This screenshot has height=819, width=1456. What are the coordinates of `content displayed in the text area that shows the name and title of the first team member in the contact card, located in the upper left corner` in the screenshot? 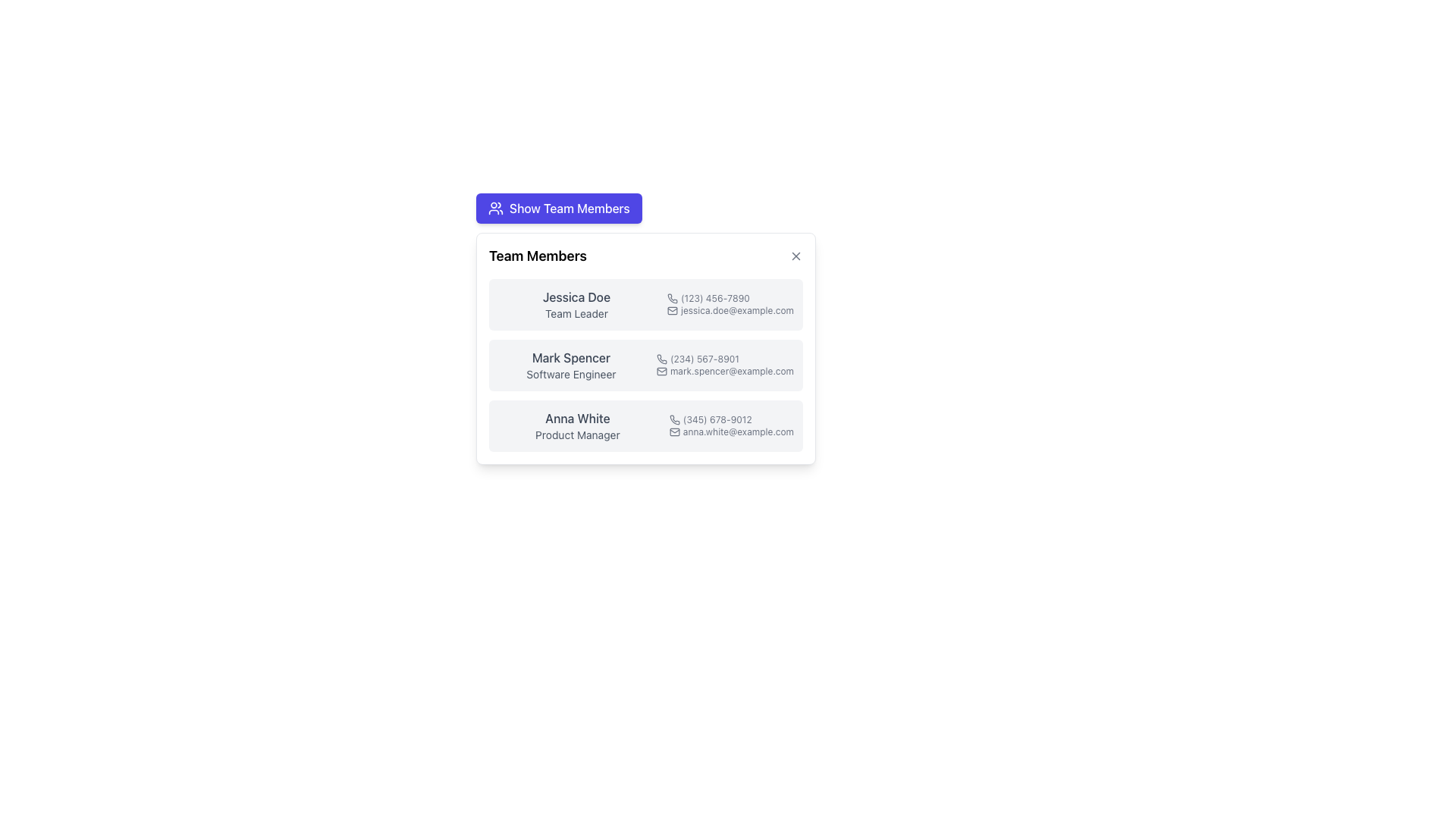 It's located at (576, 304).